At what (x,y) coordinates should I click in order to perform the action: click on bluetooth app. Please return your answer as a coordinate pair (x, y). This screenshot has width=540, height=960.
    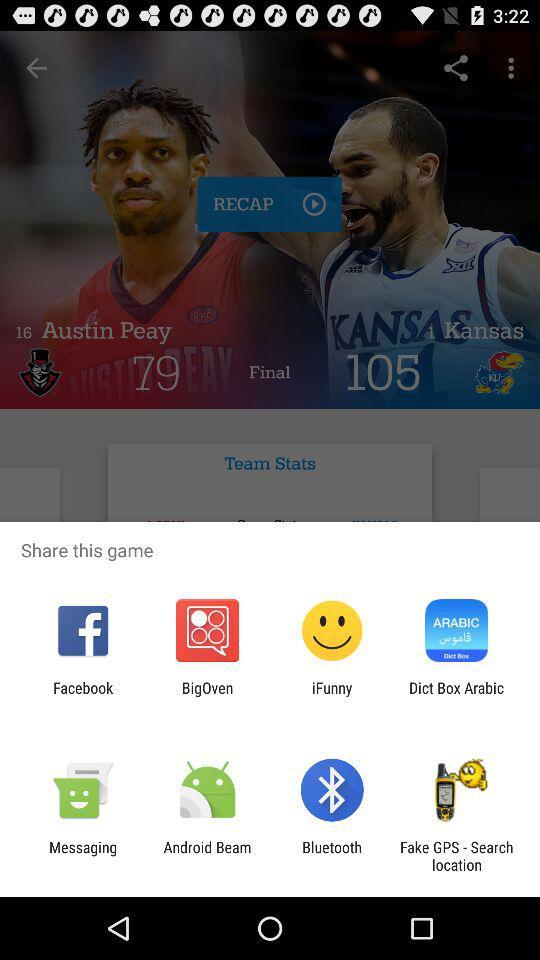
    Looking at the image, I should click on (332, 855).